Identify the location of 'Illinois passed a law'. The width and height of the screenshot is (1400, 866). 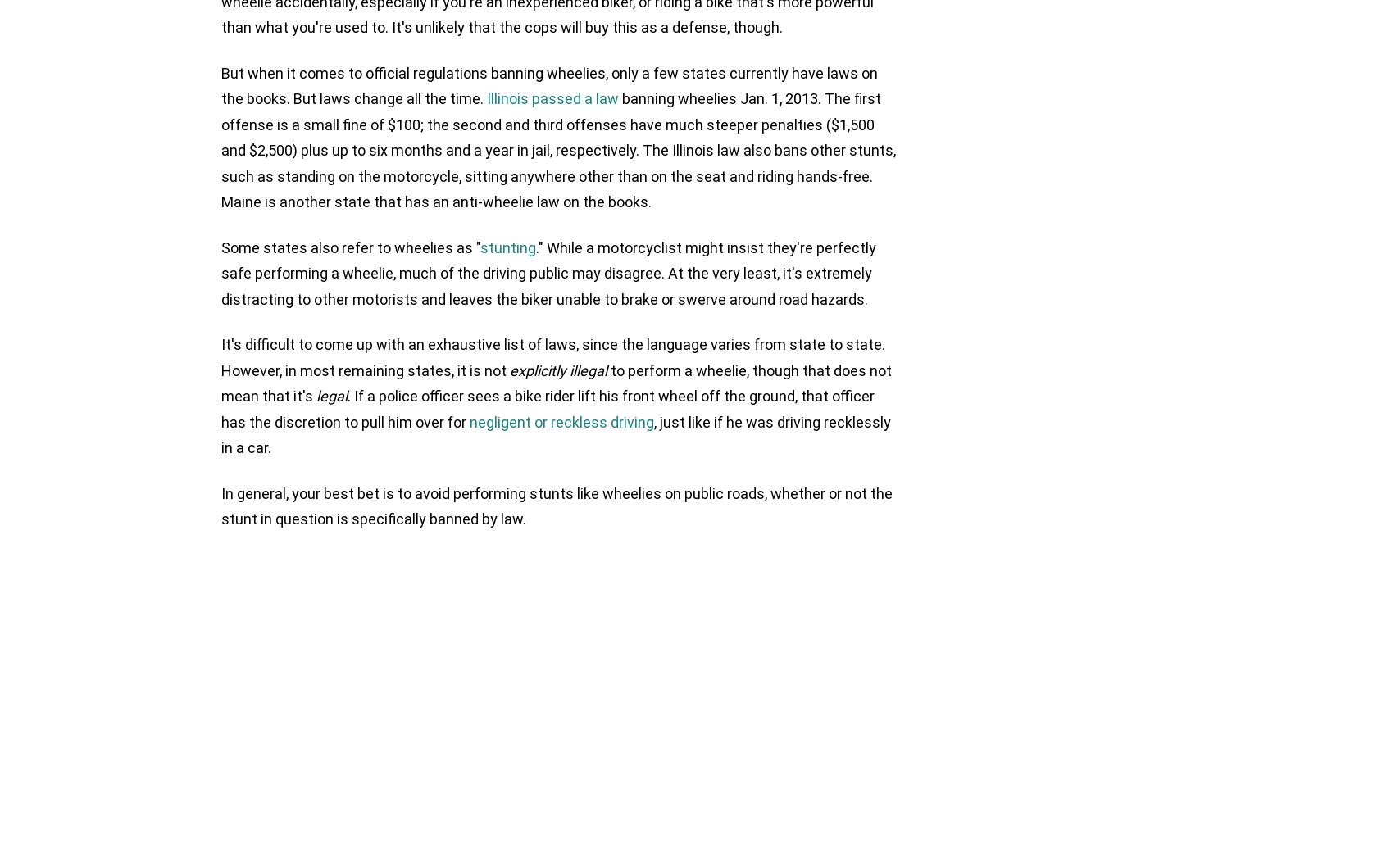
(487, 97).